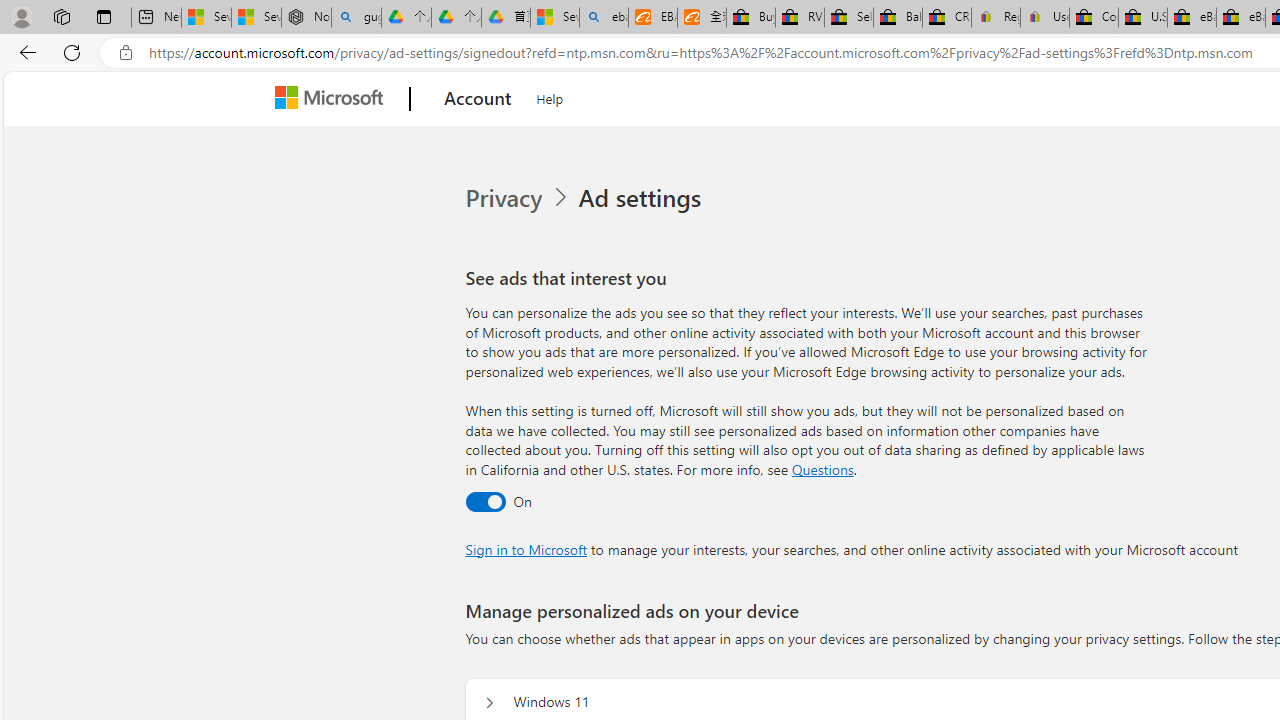 The image size is (1280, 720). I want to click on 'Ad settings toggle', so click(485, 500).